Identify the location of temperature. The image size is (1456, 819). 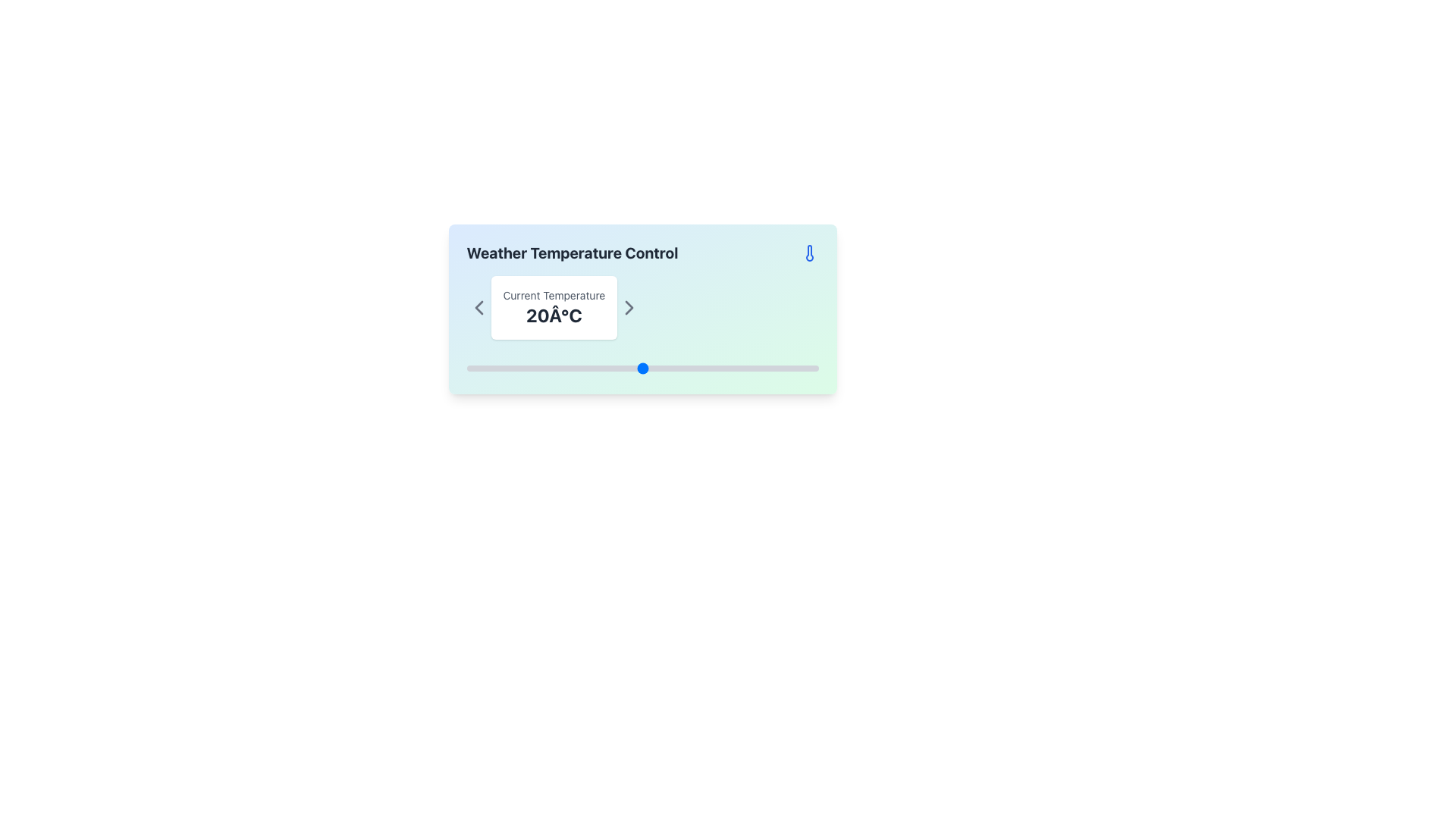
(808, 369).